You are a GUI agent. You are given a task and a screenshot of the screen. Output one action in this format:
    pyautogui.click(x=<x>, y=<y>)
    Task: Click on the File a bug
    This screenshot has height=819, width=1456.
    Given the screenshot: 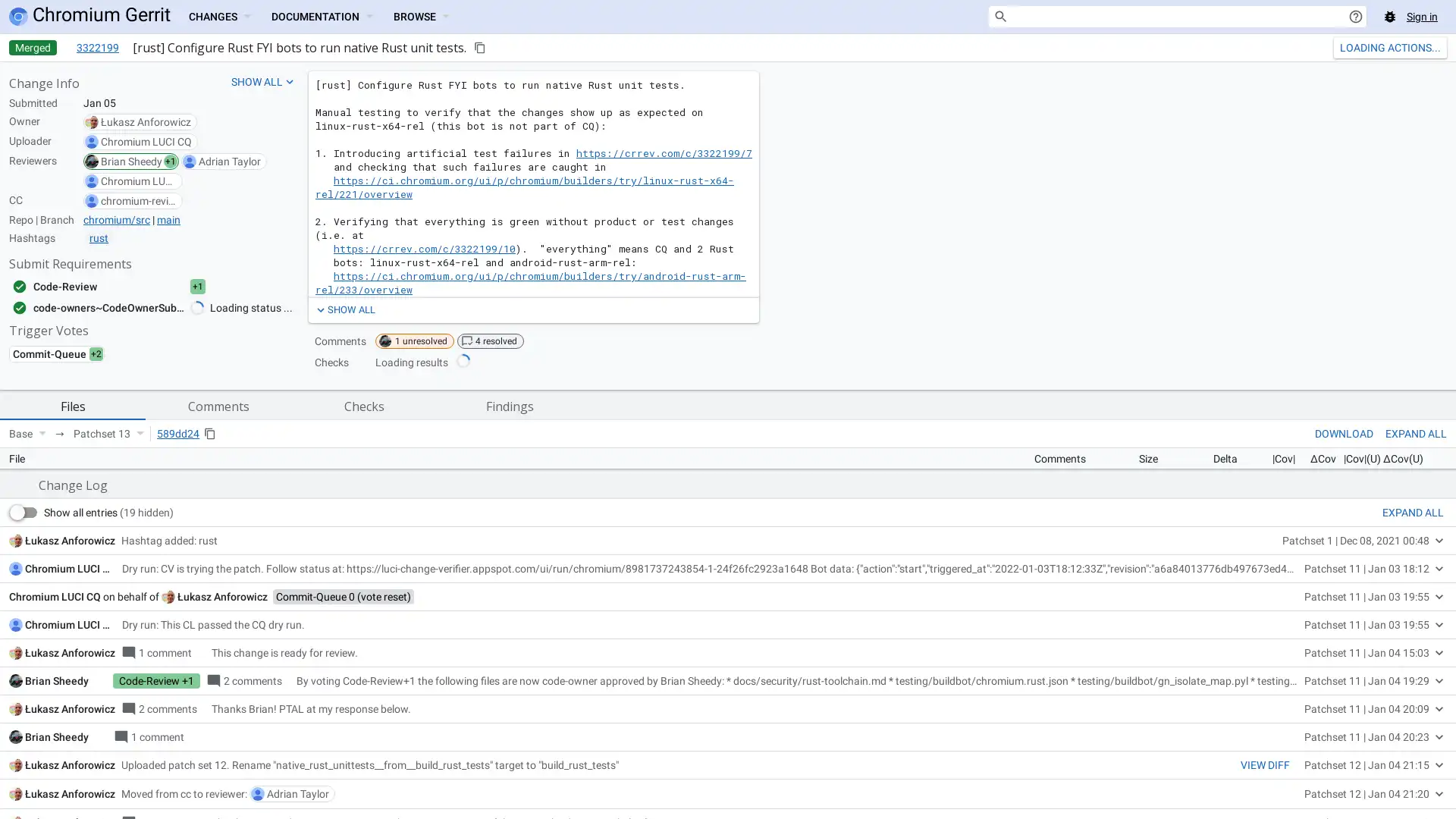 What is the action you would take?
    pyautogui.click(x=1390, y=17)
    